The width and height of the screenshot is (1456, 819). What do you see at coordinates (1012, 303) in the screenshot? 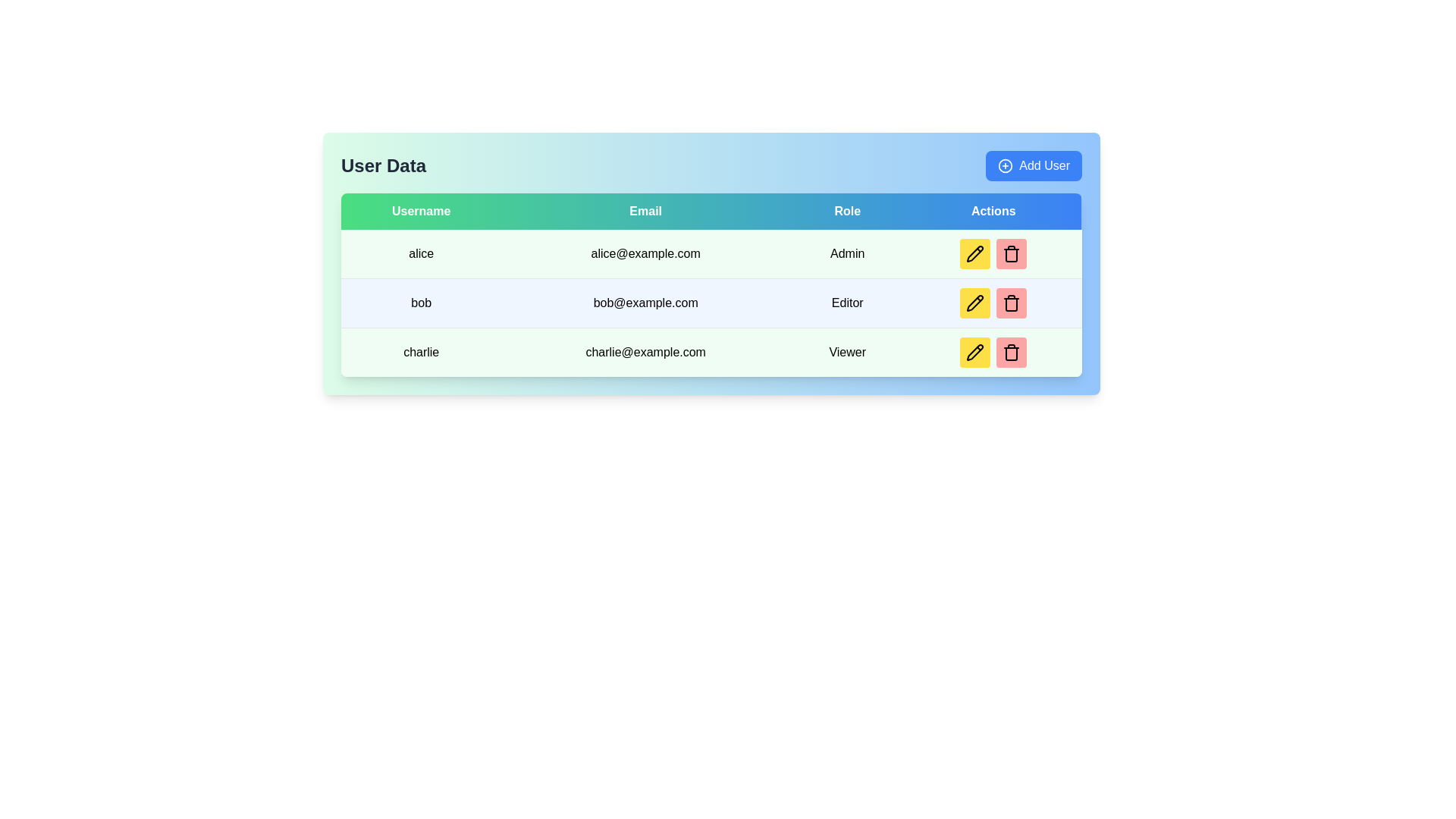
I see `the trash can icon in the 'Actions' column of the table layout, located in the second row for user 'bob'` at bounding box center [1012, 303].